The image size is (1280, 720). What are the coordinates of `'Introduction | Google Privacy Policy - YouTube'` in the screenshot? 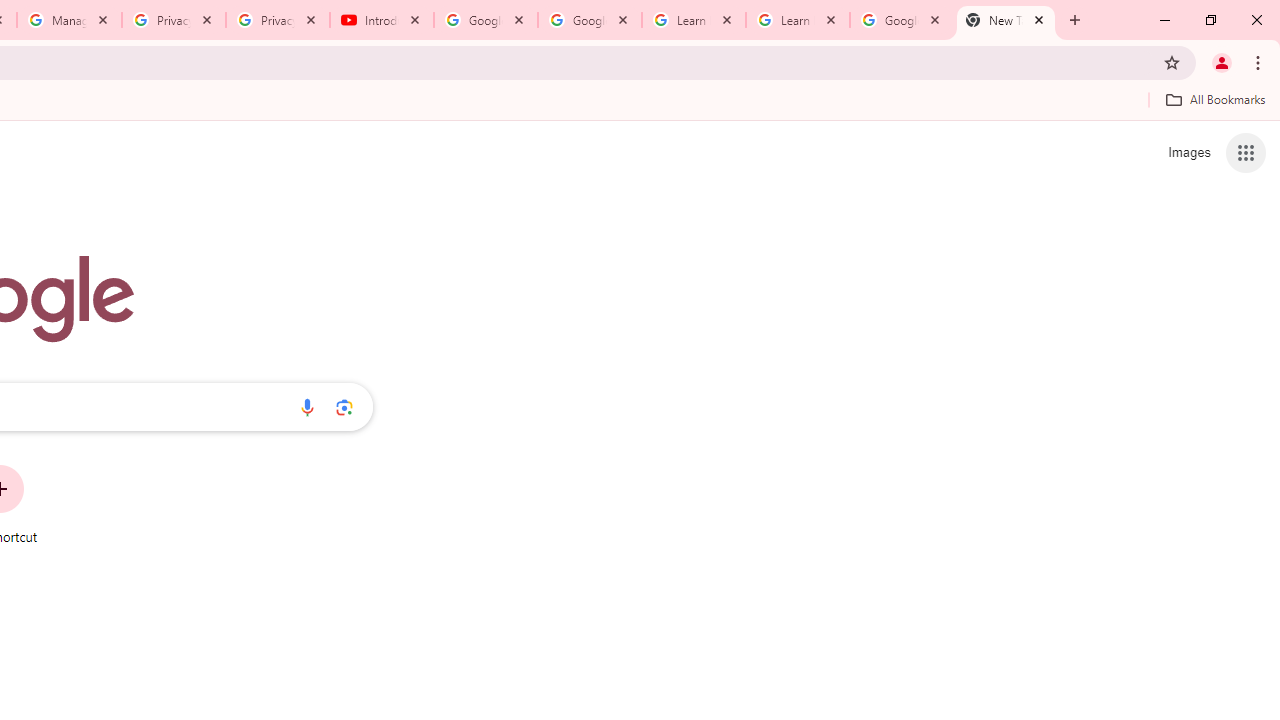 It's located at (382, 20).